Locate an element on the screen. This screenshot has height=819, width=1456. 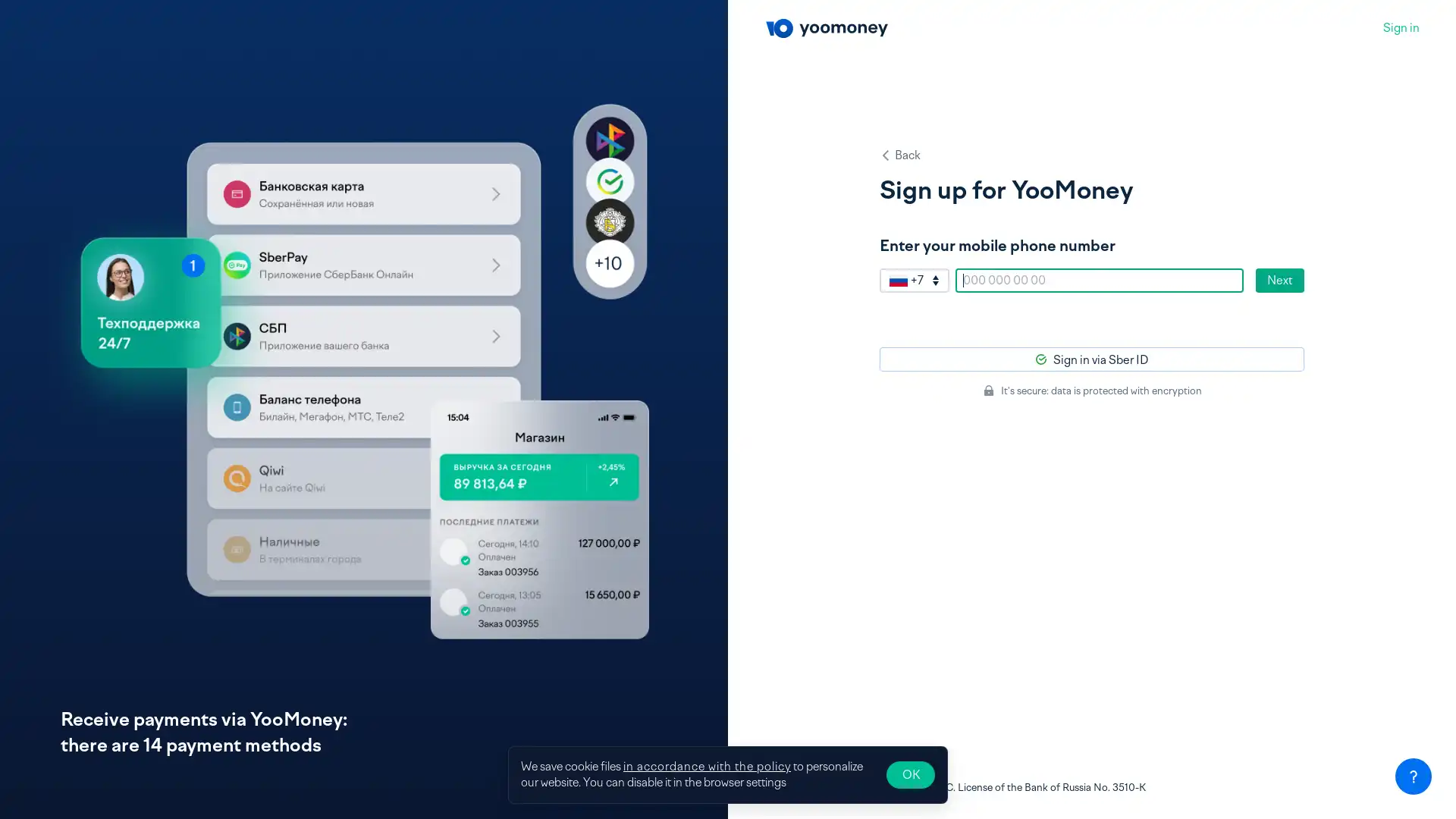
Sign in via Sber ID is located at coordinates (1092, 359).